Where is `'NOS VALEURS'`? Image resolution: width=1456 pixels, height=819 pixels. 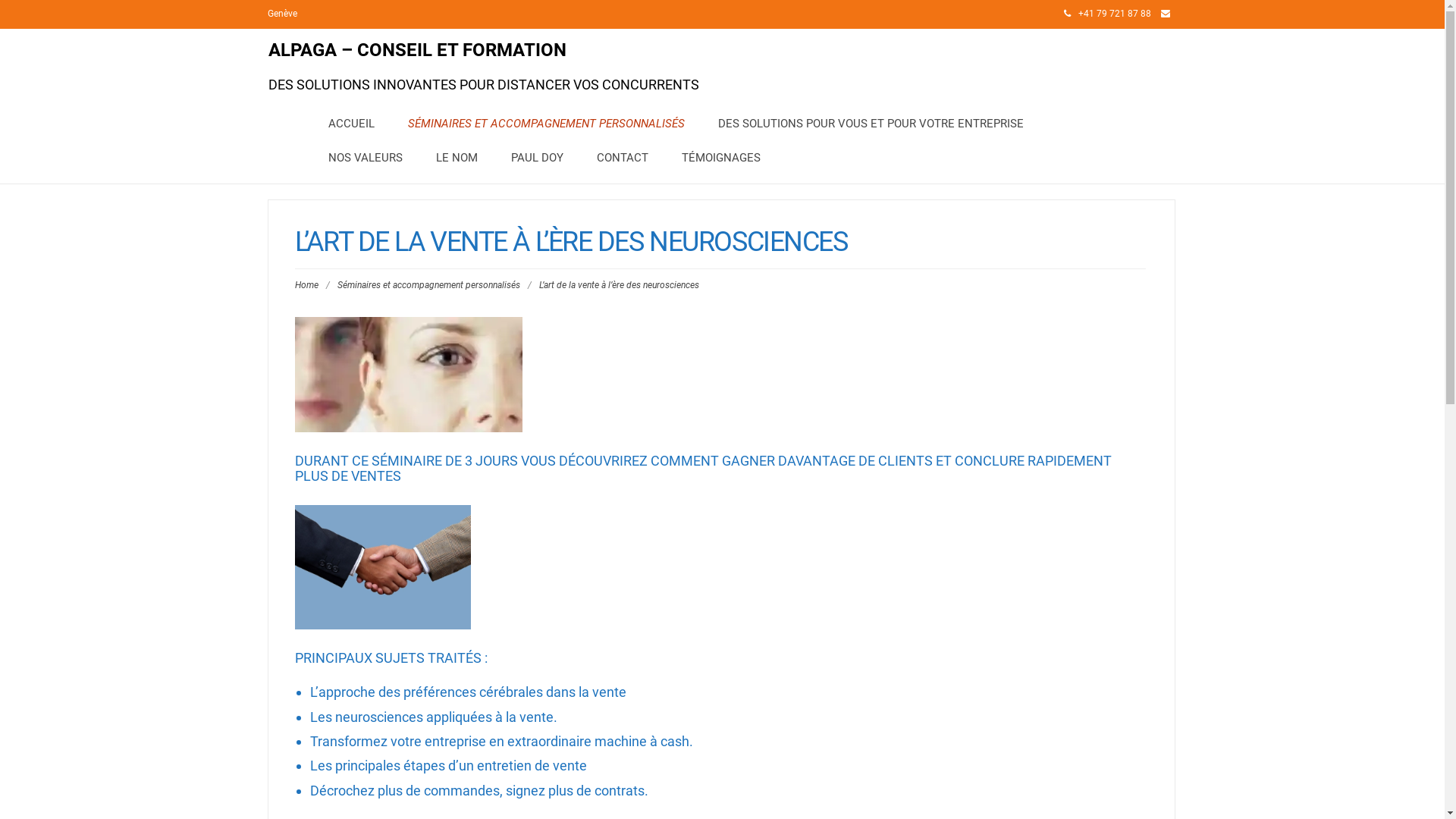
'NOS VALEURS' is located at coordinates (364, 158).